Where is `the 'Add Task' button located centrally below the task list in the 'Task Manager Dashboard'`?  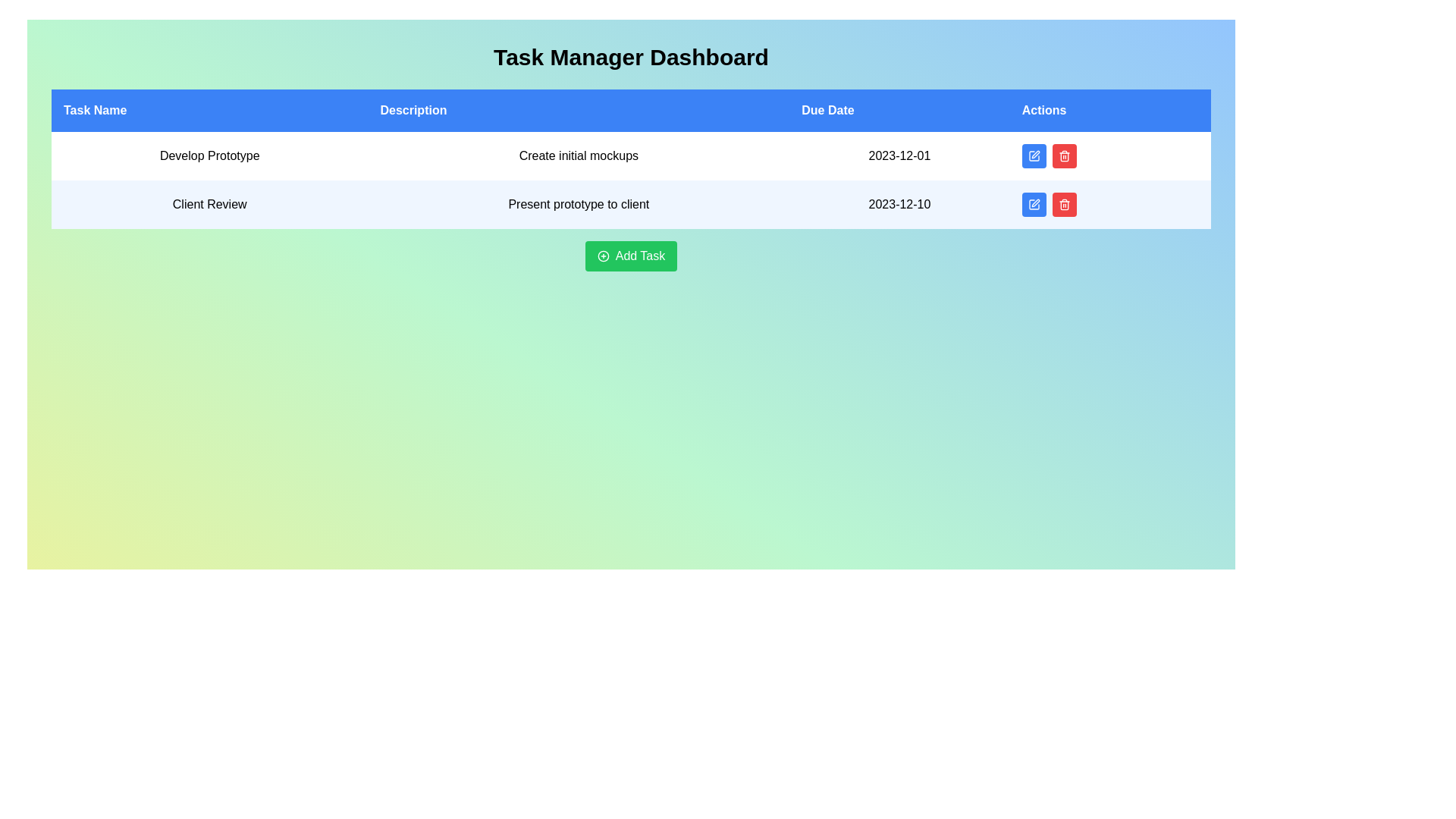 the 'Add Task' button located centrally below the task list in the 'Task Manager Dashboard' is located at coordinates (631, 256).